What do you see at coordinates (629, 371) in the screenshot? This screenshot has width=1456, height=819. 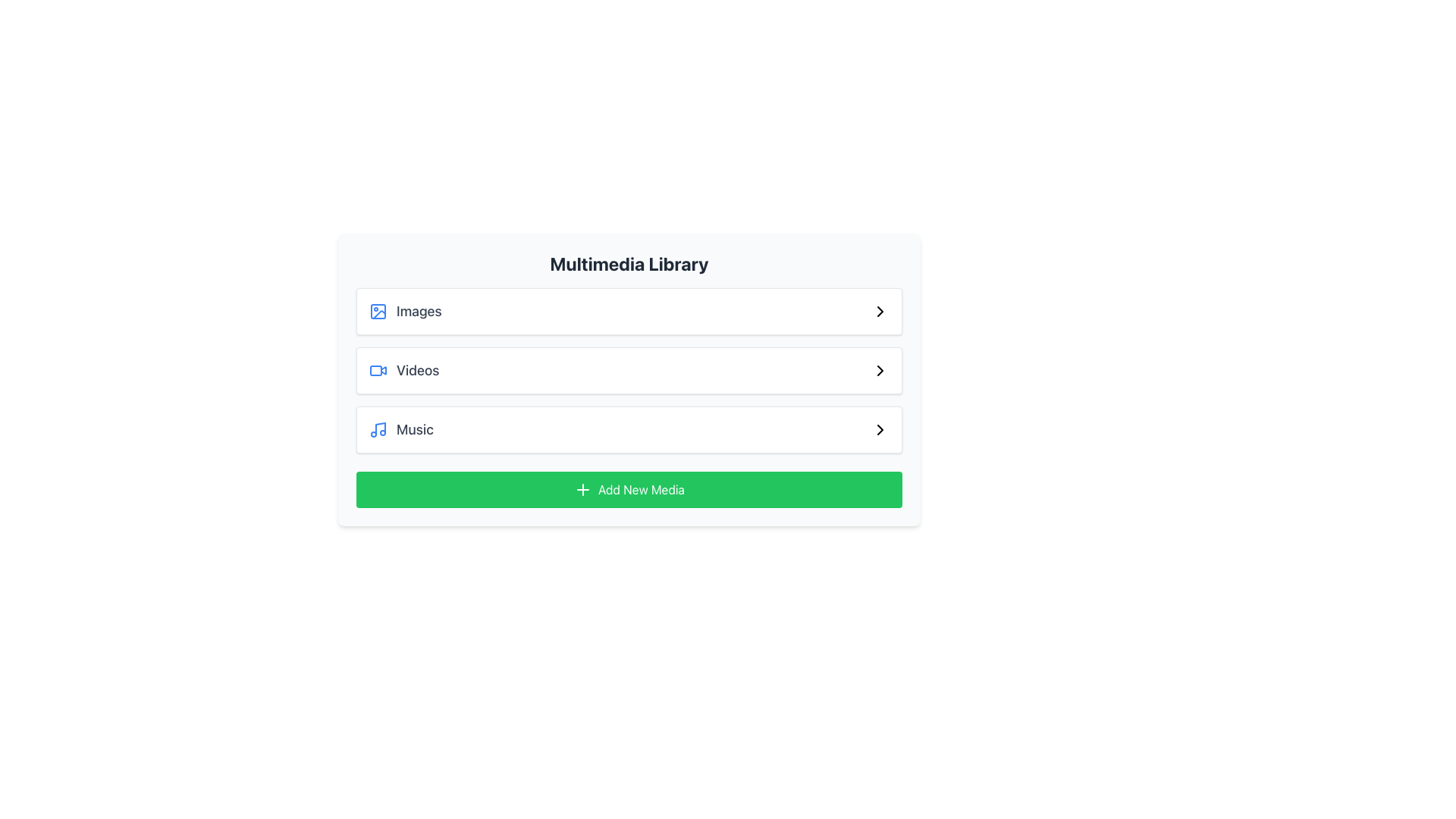 I see `the second entry` at bounding box center [629, 371].